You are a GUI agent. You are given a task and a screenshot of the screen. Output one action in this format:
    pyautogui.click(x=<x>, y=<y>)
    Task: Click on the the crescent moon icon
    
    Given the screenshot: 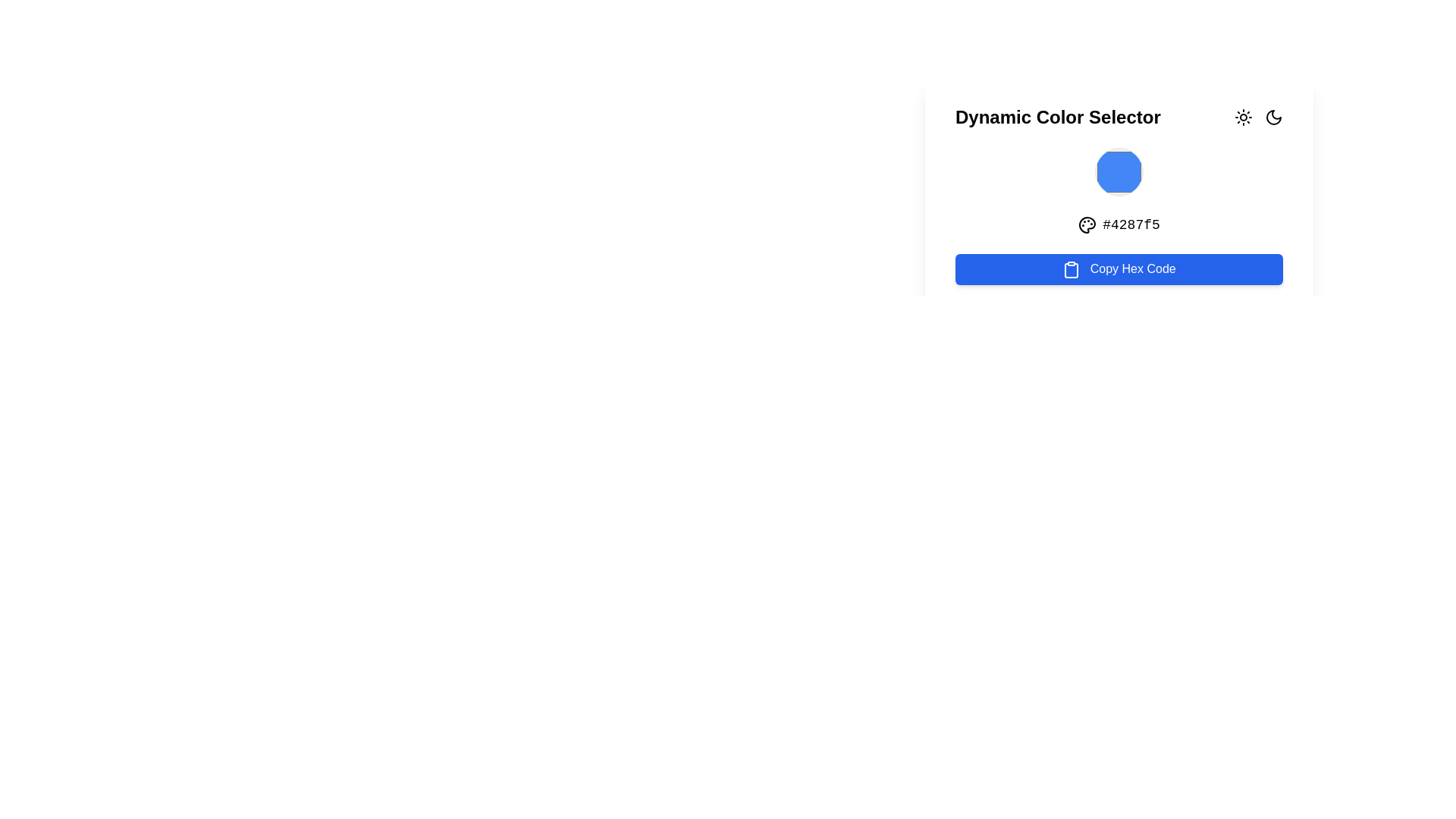 What is the action you would take?
    pyautogui.click(x=1274, y=116)
    